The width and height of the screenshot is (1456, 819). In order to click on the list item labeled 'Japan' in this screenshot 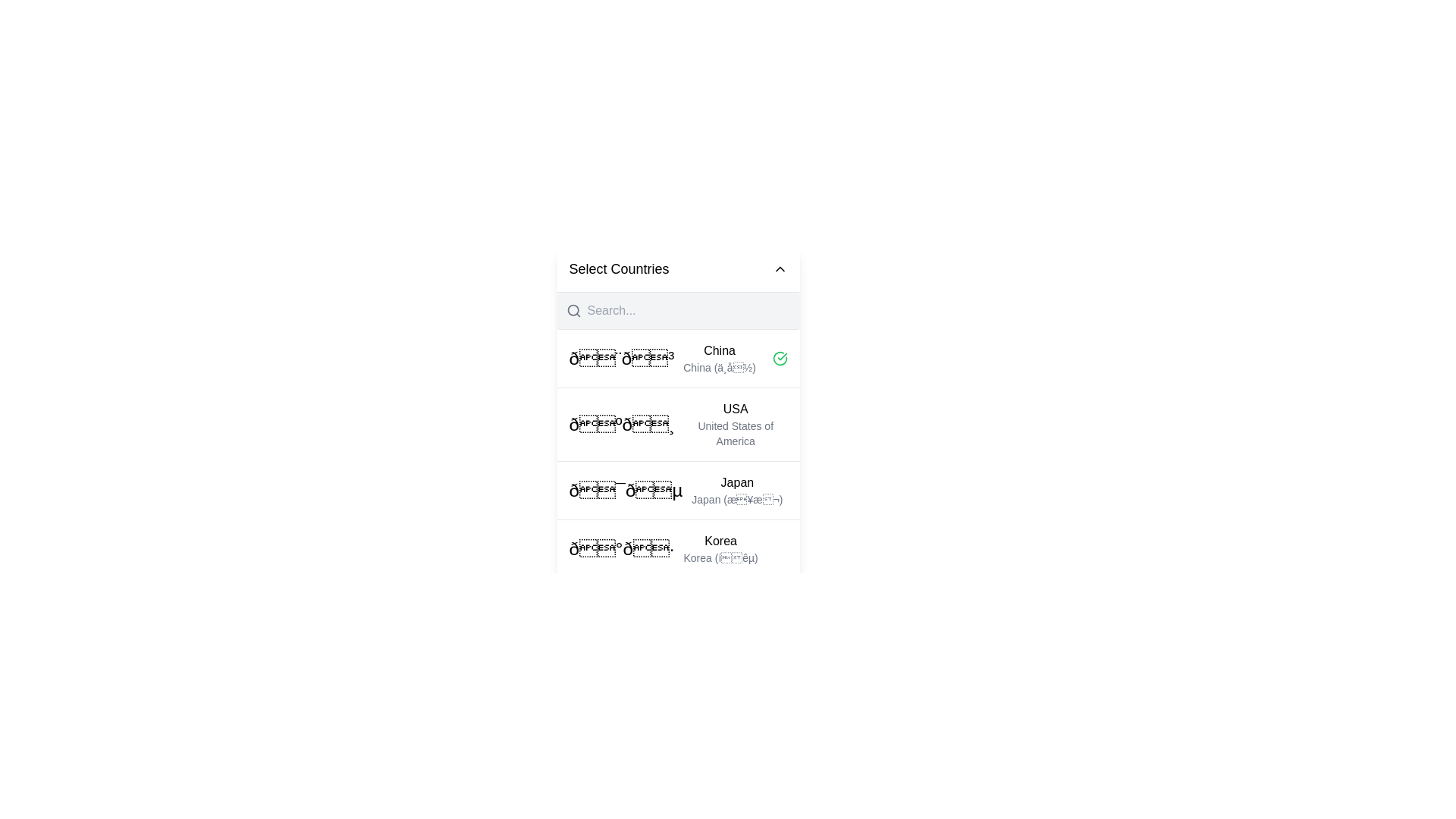, I will do `click(677, 485)`.